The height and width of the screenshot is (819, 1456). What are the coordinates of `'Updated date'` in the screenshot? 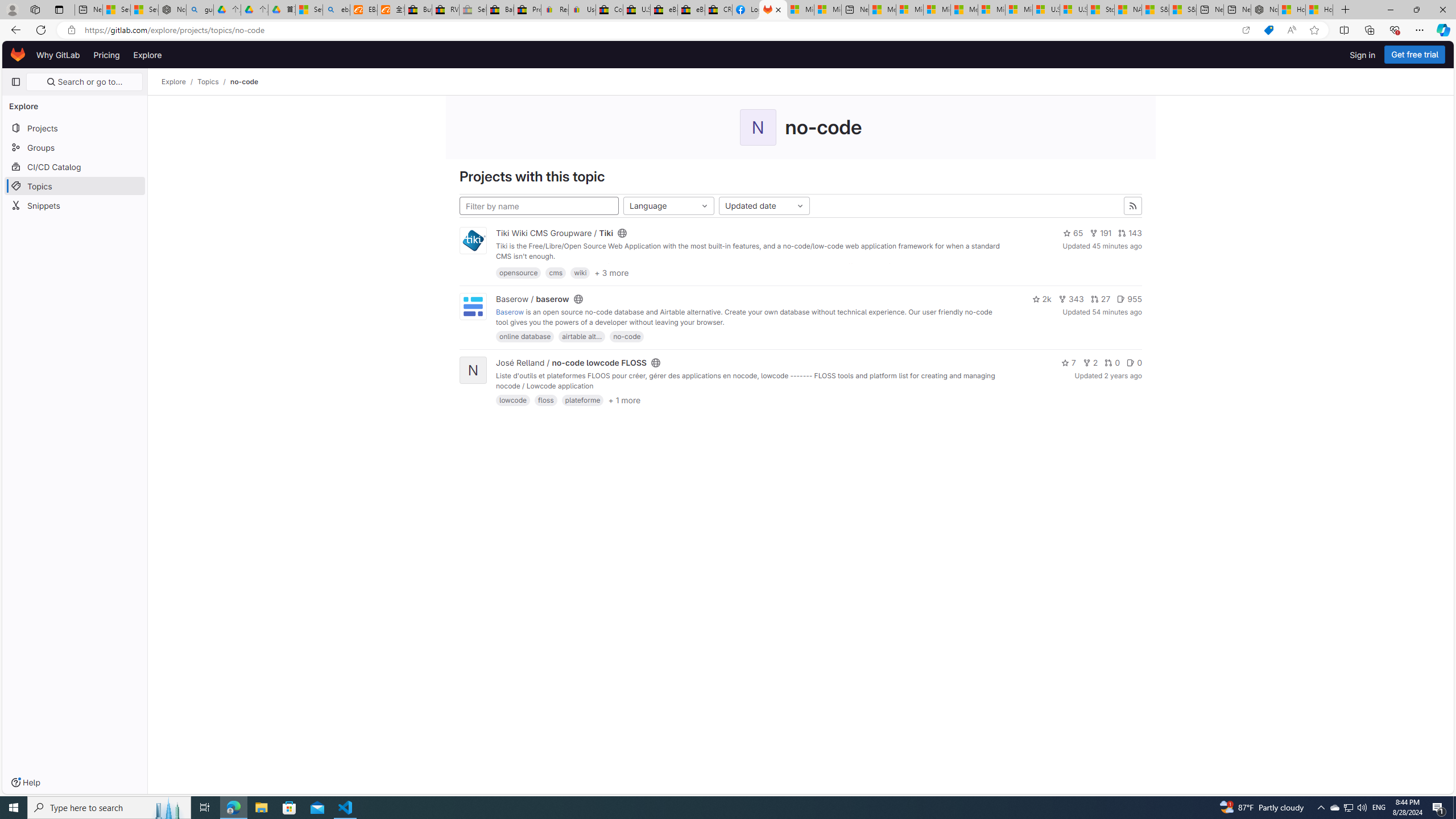 It's located at (764, 205).